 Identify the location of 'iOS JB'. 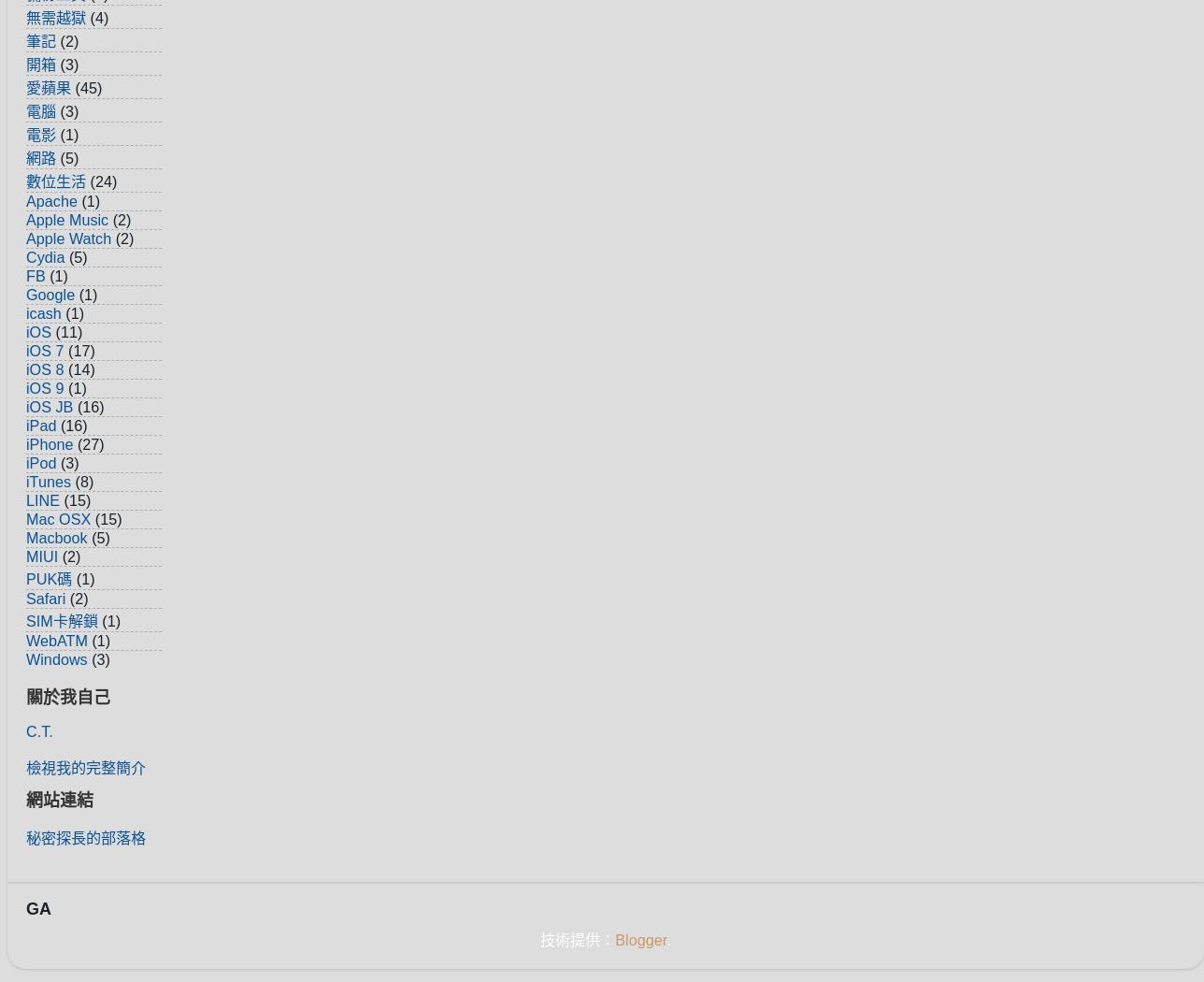
(49, 404).